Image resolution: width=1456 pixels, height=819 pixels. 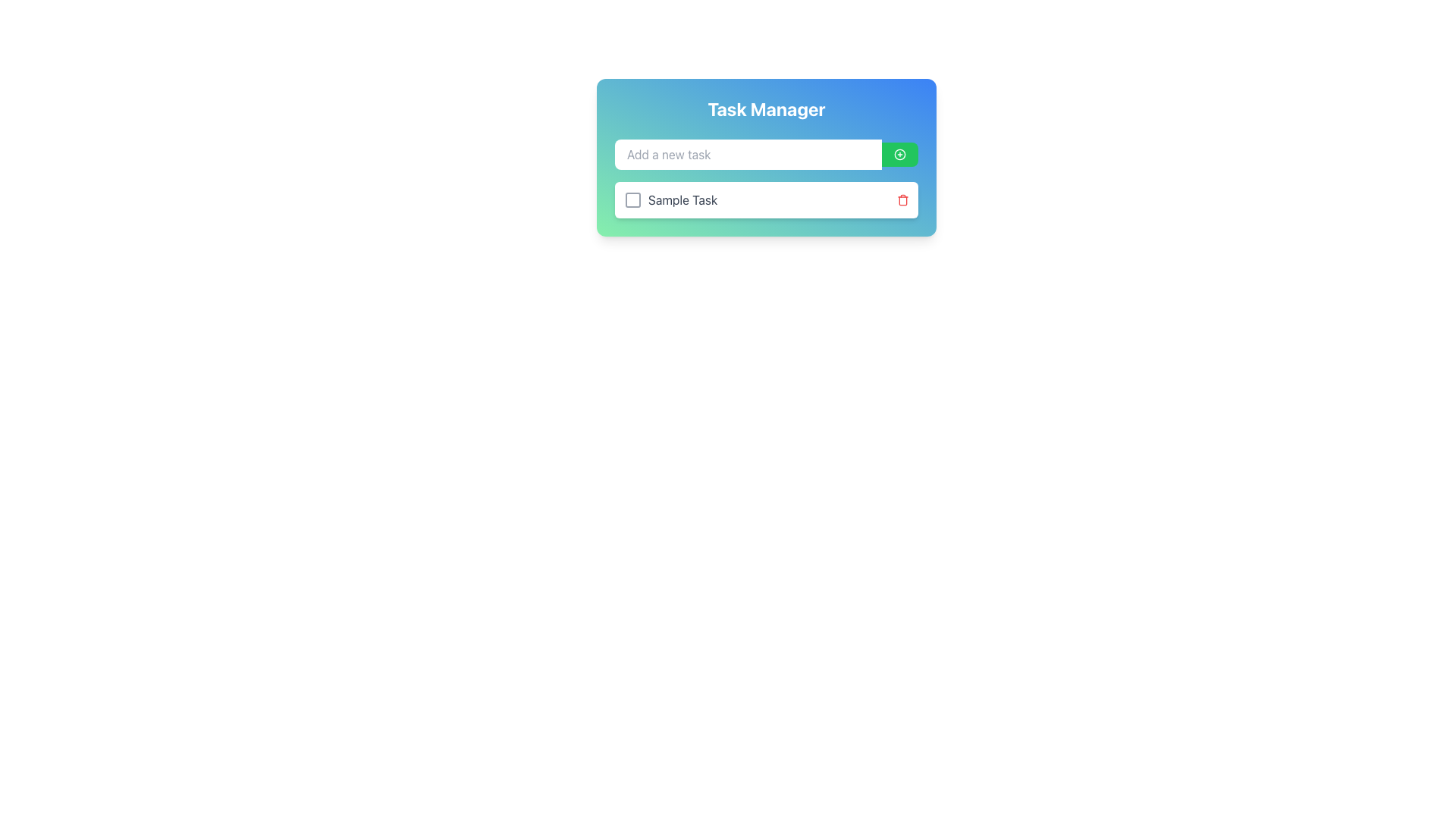 I want to click on the button located at the right end of the input field labeled 'Add a new task', so click(x=899, y=155).